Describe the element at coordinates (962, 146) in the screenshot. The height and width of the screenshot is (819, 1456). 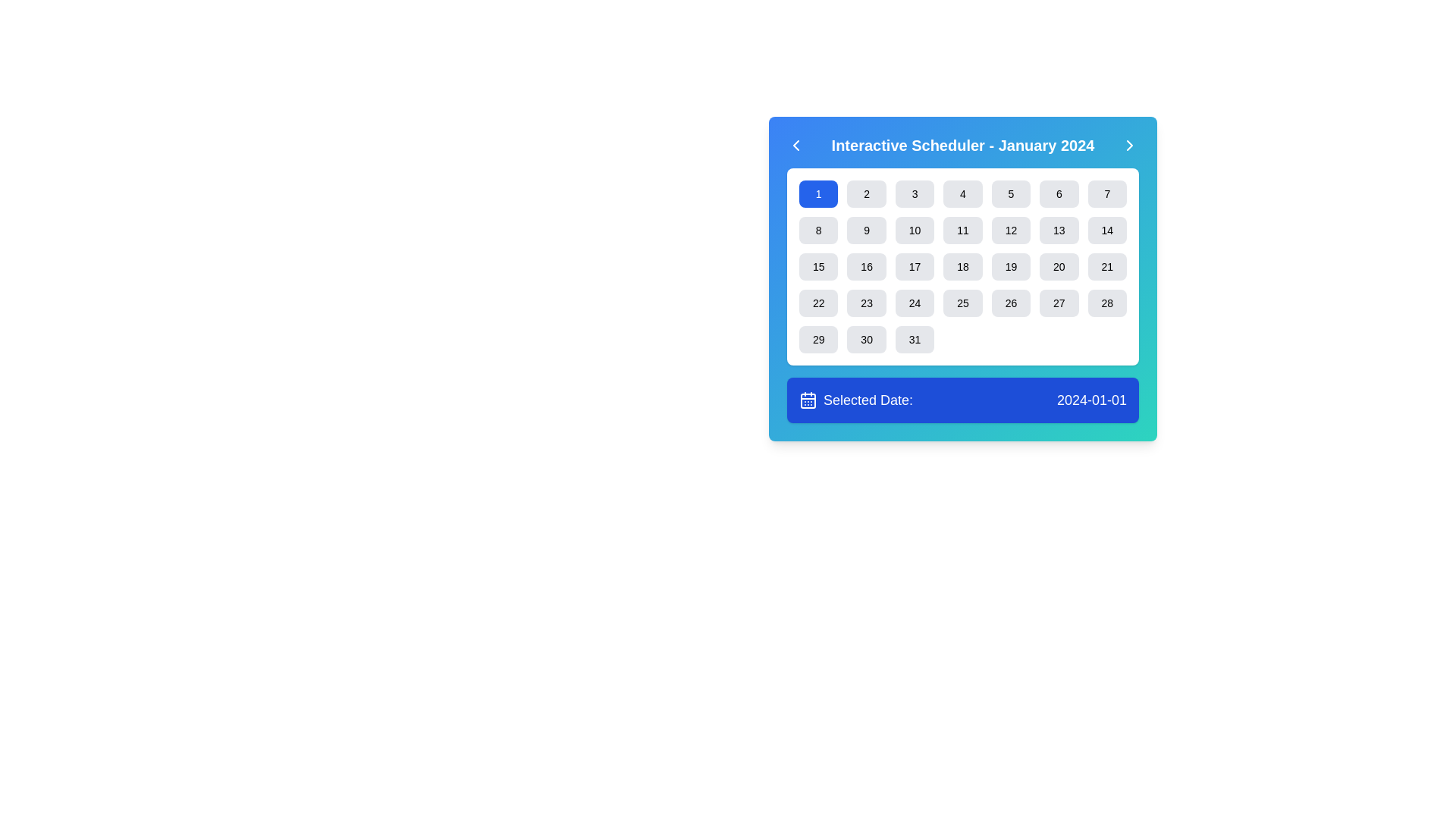
I see `the static text header that displays the current month and year in the scheduler, located at the top of the interface` at that location.